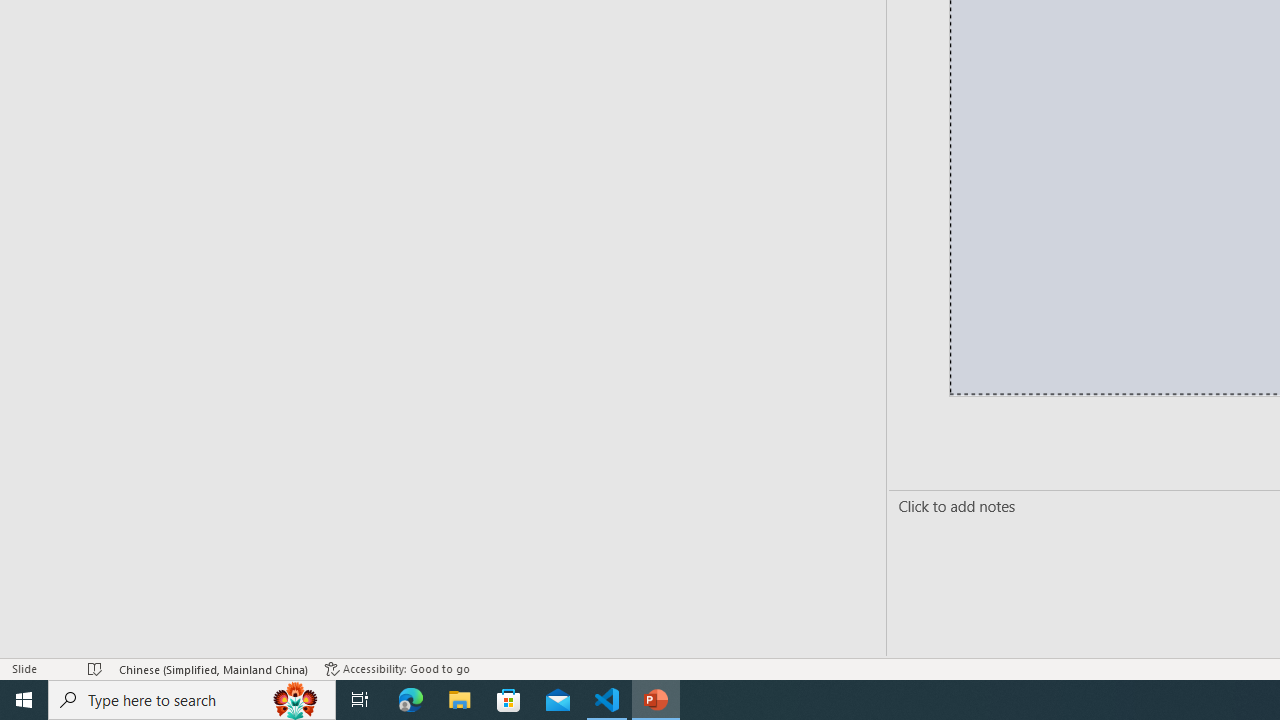 The height and width of the screenshot is (720, 1280). Describe the element at coordinates (397, 669) in the screenshot. I see `'Accessibility Checker Accessibility: Good to go'` at that location.